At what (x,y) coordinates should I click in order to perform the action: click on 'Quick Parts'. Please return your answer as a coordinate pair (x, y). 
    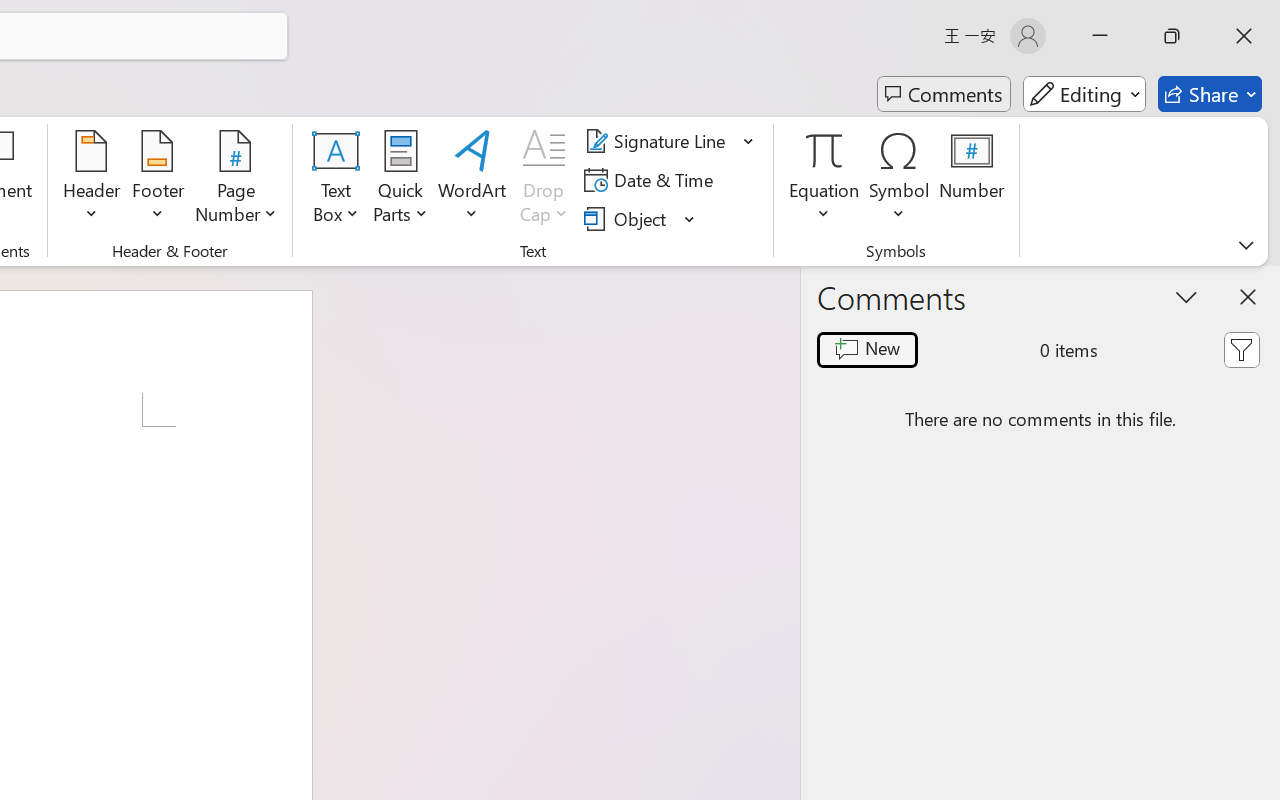
    Looking at the image, I should click on (400, 179).